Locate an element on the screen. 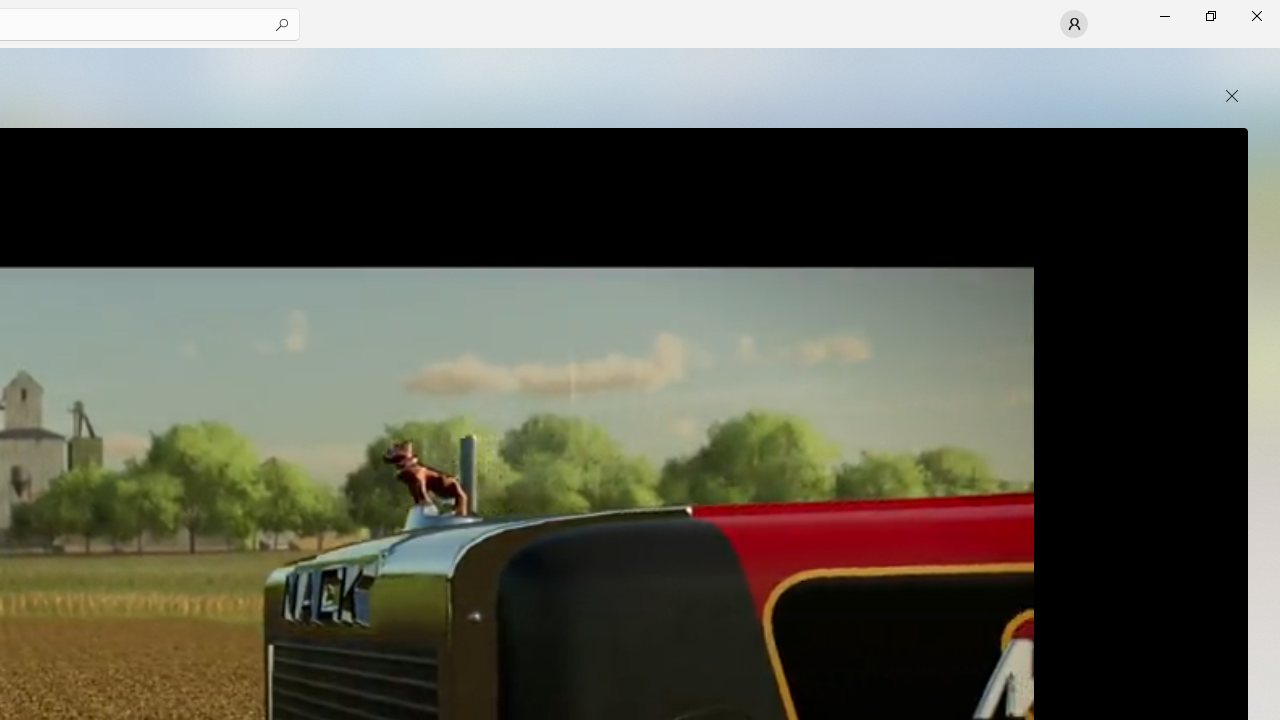 This screenshot has height=720, width=1280. 'Restore Microsoft Store' is located at coordinates (1209, 15).